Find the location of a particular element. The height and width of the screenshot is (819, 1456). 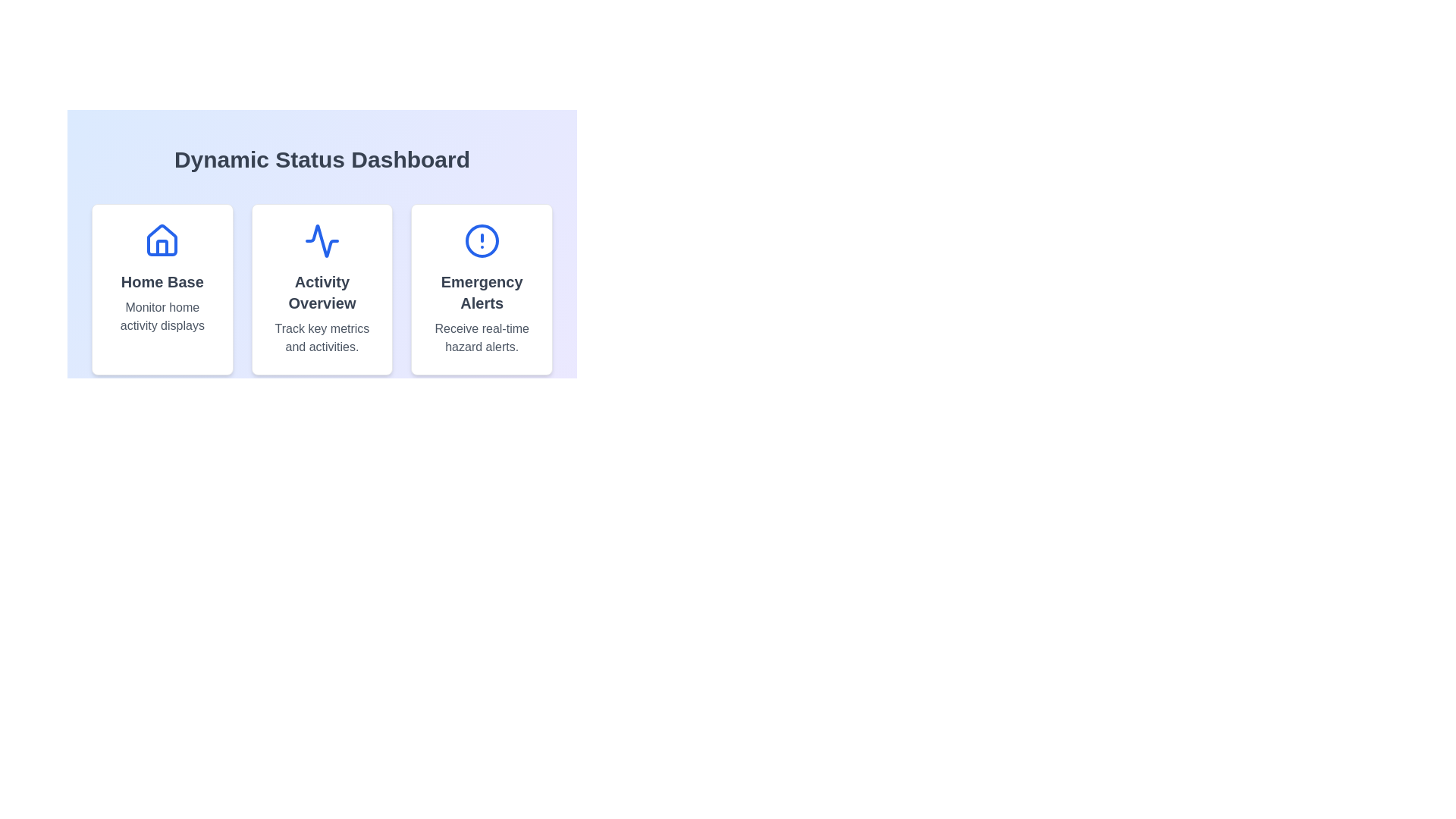

the blue zigzag line SVG graphic that is centrally located in the 'Activity Overview' card, which is the middle card in a horizontal layout of three cards is located at coordinates (321, 240).